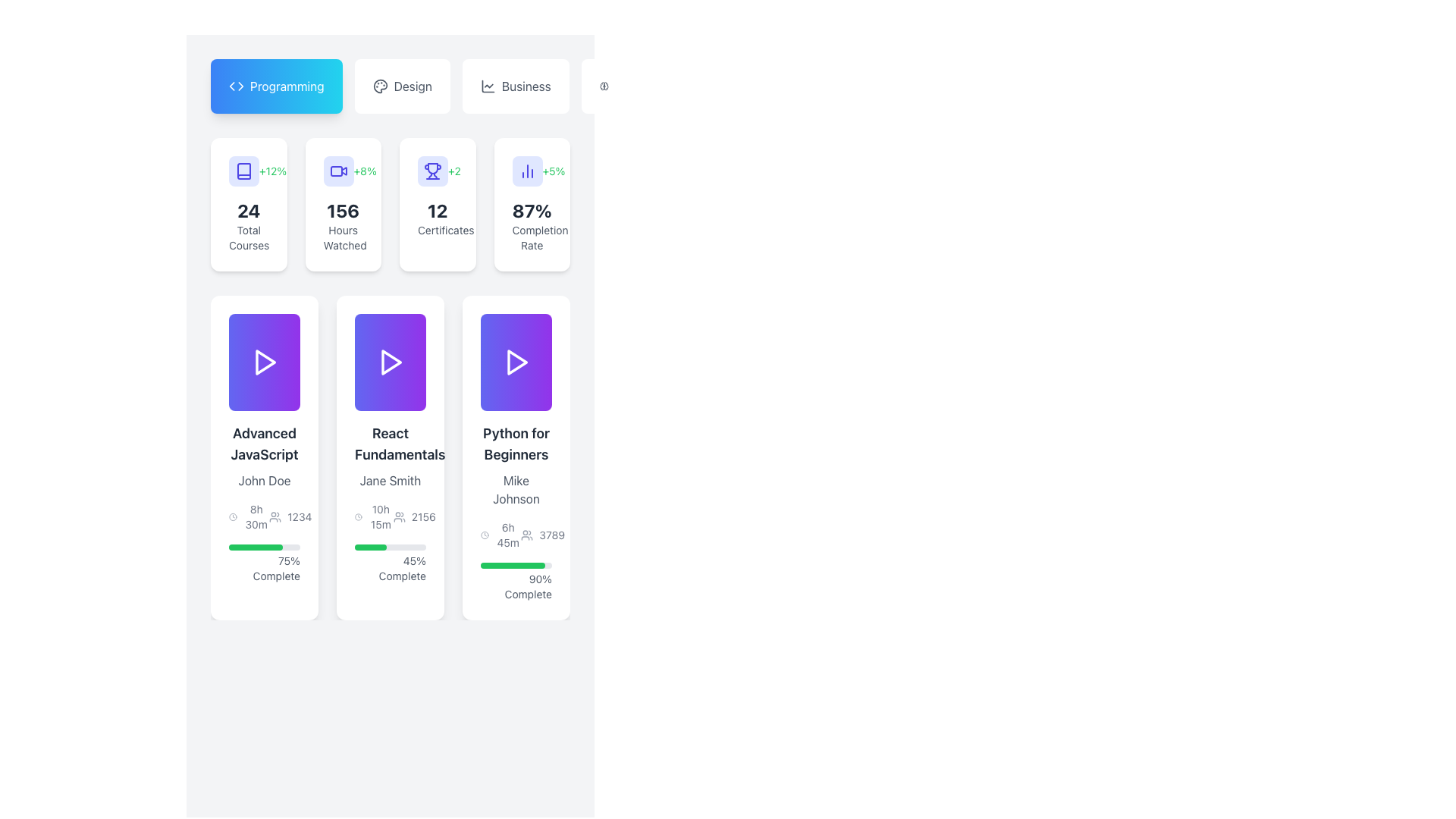  What do you see at coordinates (532, 237) in the screenshot?
I see `the text label reading 'Completion Rate', which is located directly below the percentage value '87%' in the fourth column of the metrics card` at bounding box center [532, 237].